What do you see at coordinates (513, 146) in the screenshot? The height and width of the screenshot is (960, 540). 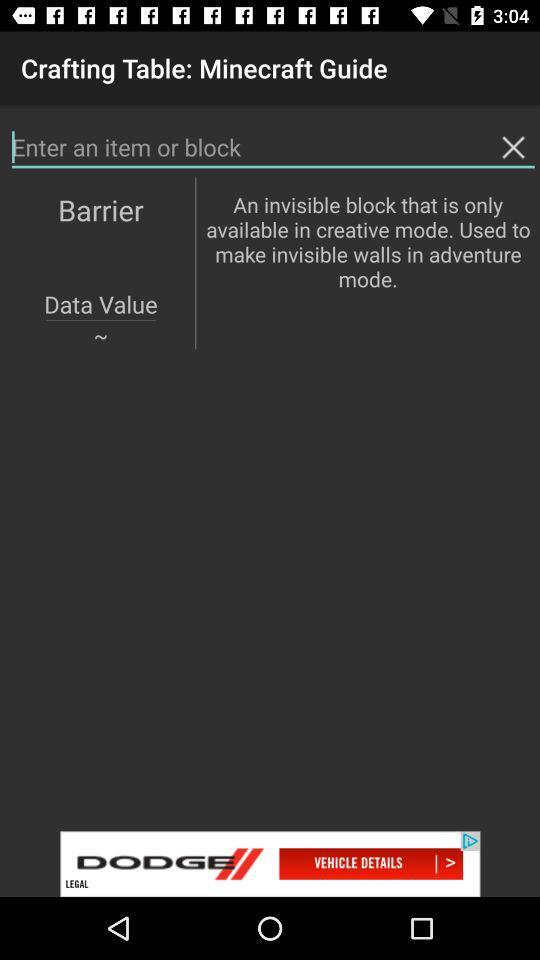 I see `clear` at bounding box center [513, 146].